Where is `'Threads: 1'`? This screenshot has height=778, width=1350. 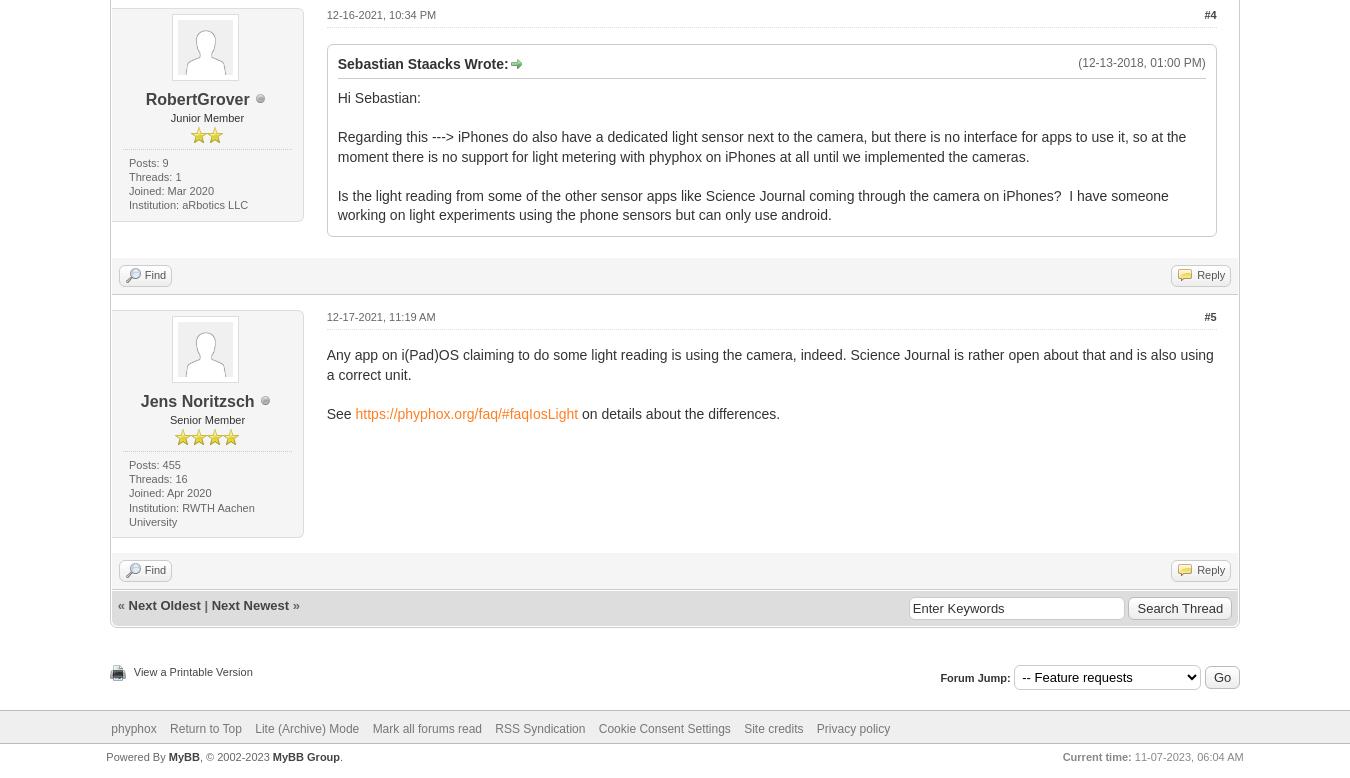
'Threads: 1' is located at coordinates (129, 175).